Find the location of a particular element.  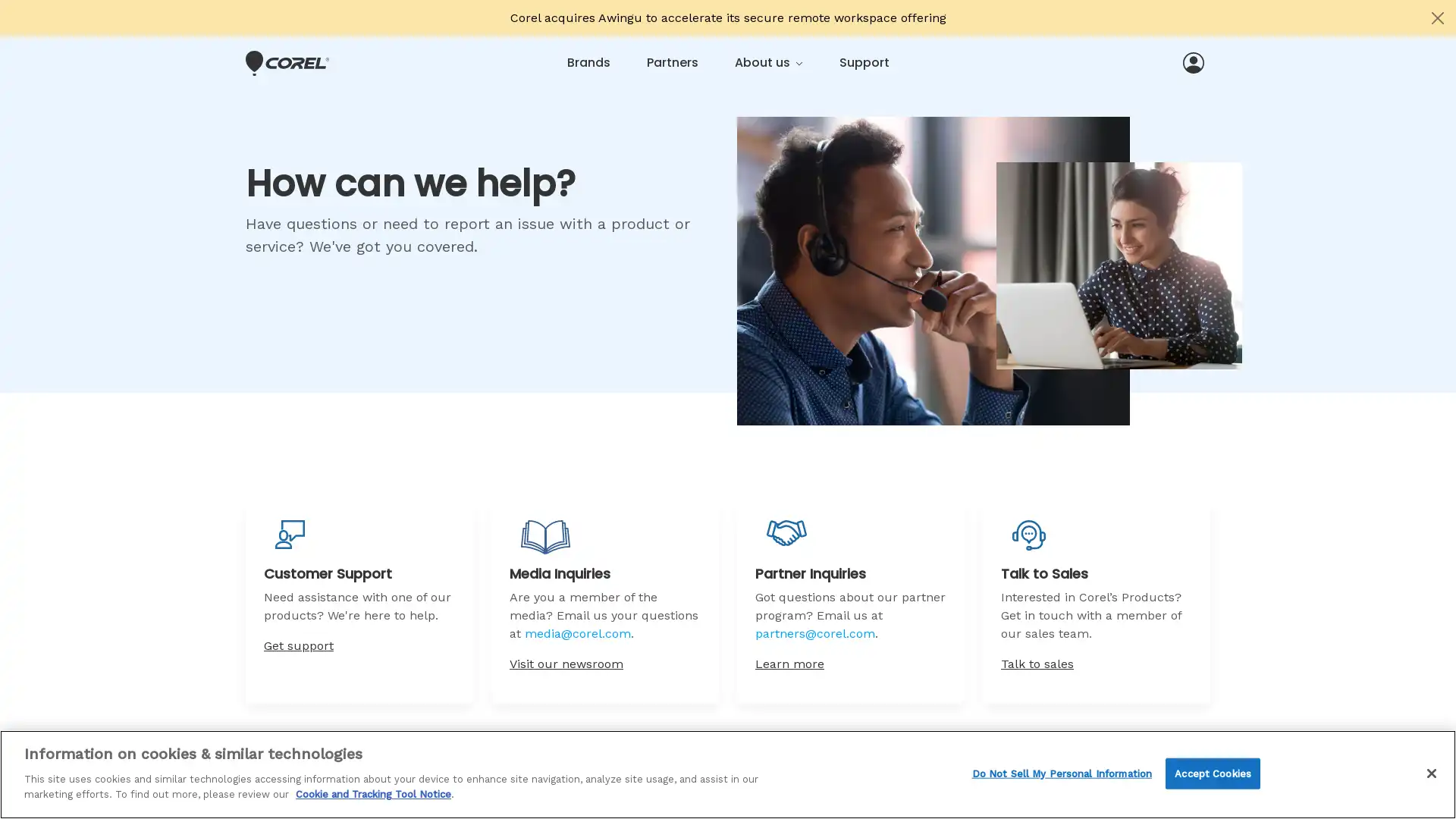

Accept Cookies is located at coordinates (1212, 773).